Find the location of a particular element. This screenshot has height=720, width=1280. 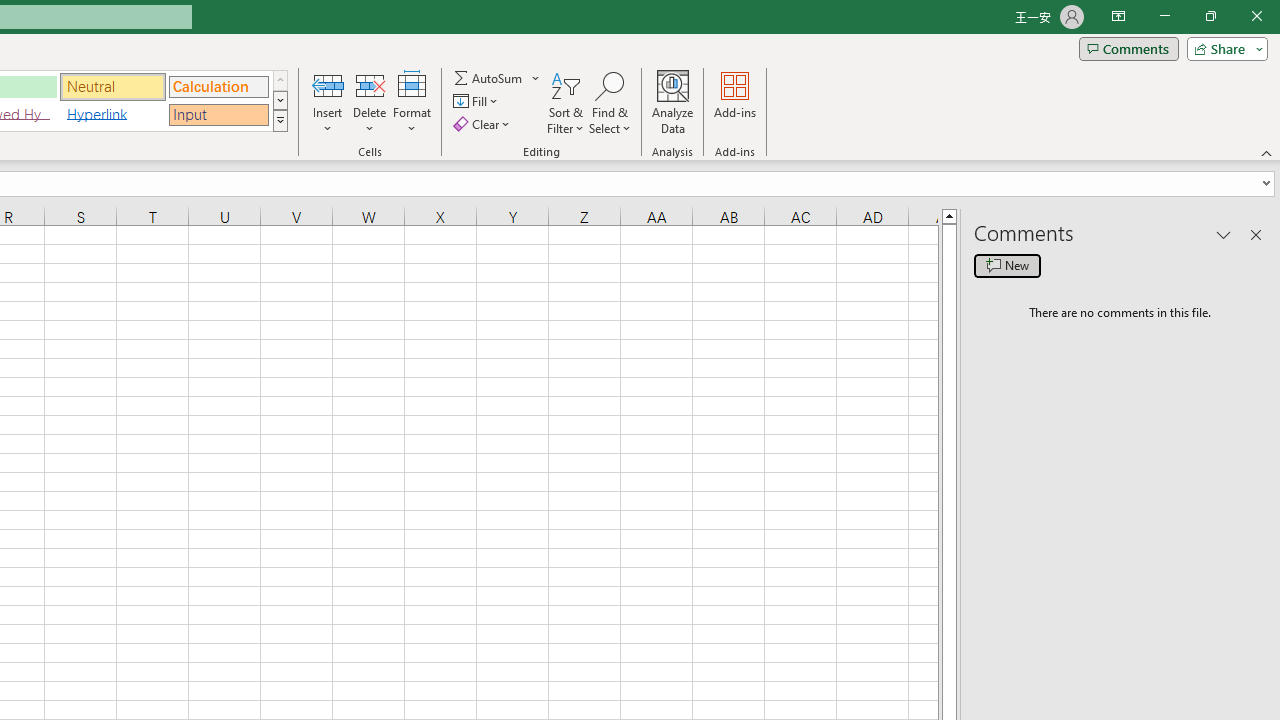

'Hyperlink' is located at coordinates (112, 114).